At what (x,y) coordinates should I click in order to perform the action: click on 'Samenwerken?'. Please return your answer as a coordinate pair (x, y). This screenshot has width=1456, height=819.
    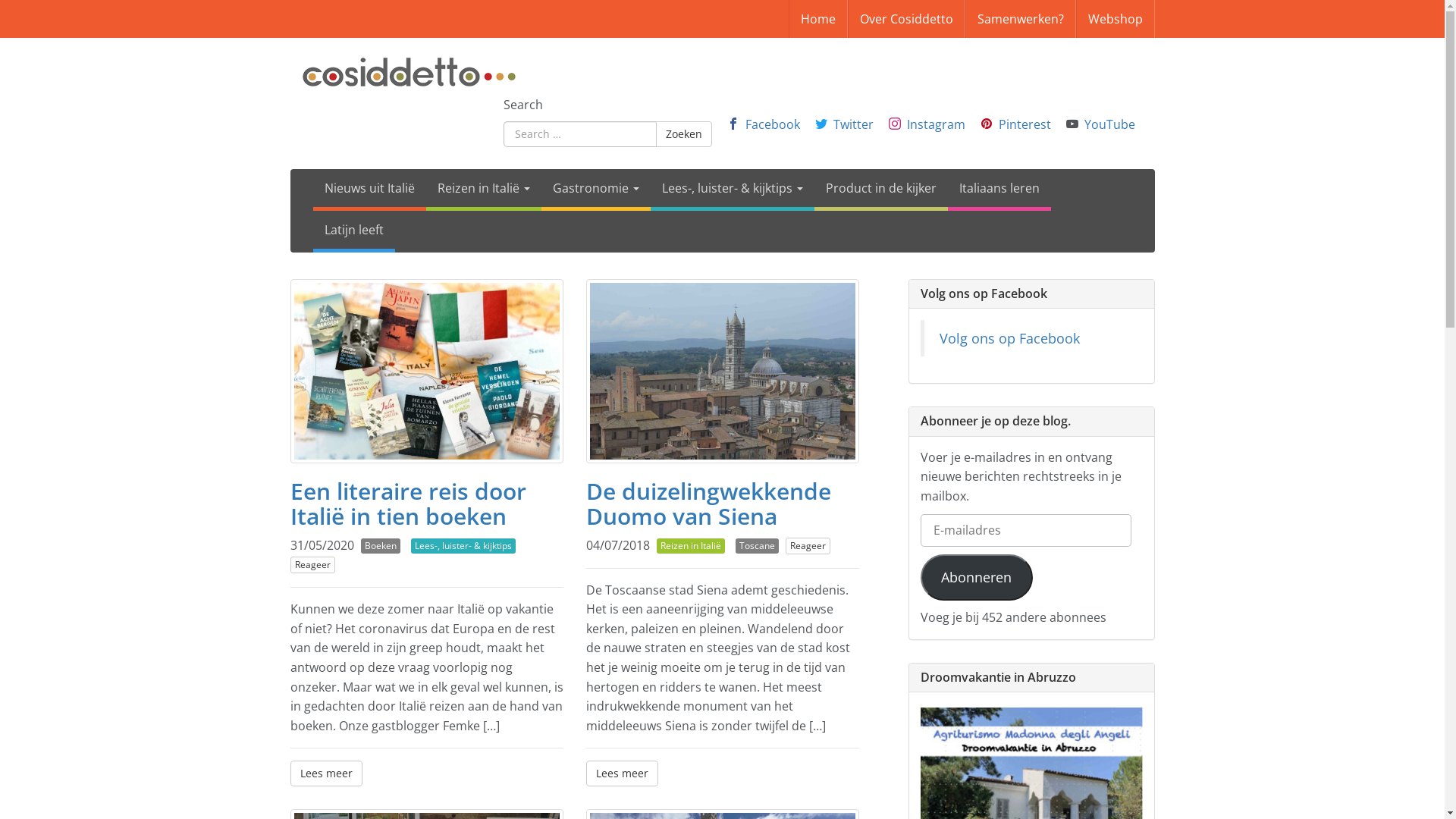
    Looking at the image, I should click on (1019, 18).